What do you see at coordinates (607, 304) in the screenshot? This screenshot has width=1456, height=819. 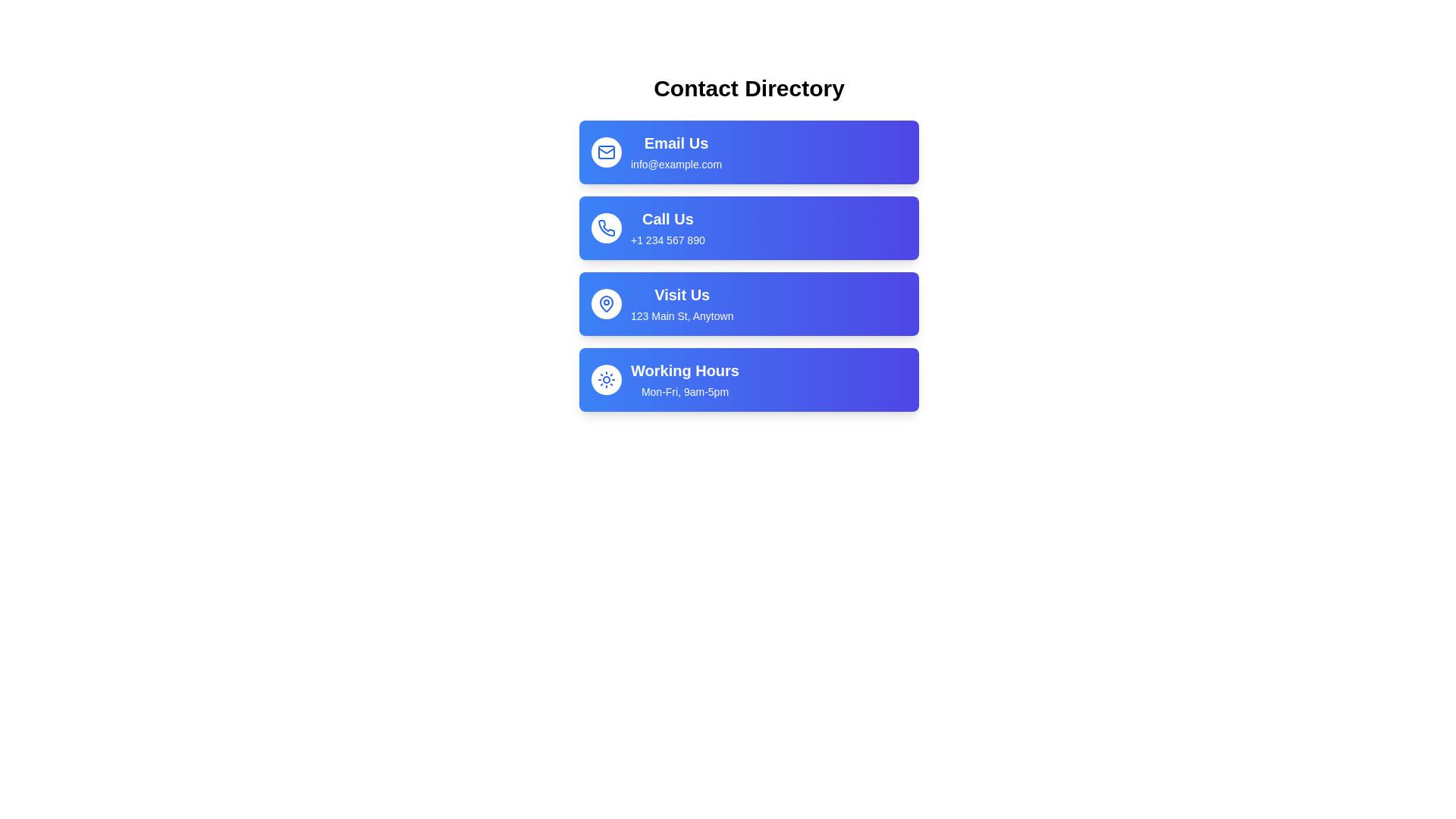 I see `the circular blue pin icon with a white background and blue border located in the third card of the Contact Directory section, positioned to the left of the 'Visit Us' text` at bounding box center [607, 304].